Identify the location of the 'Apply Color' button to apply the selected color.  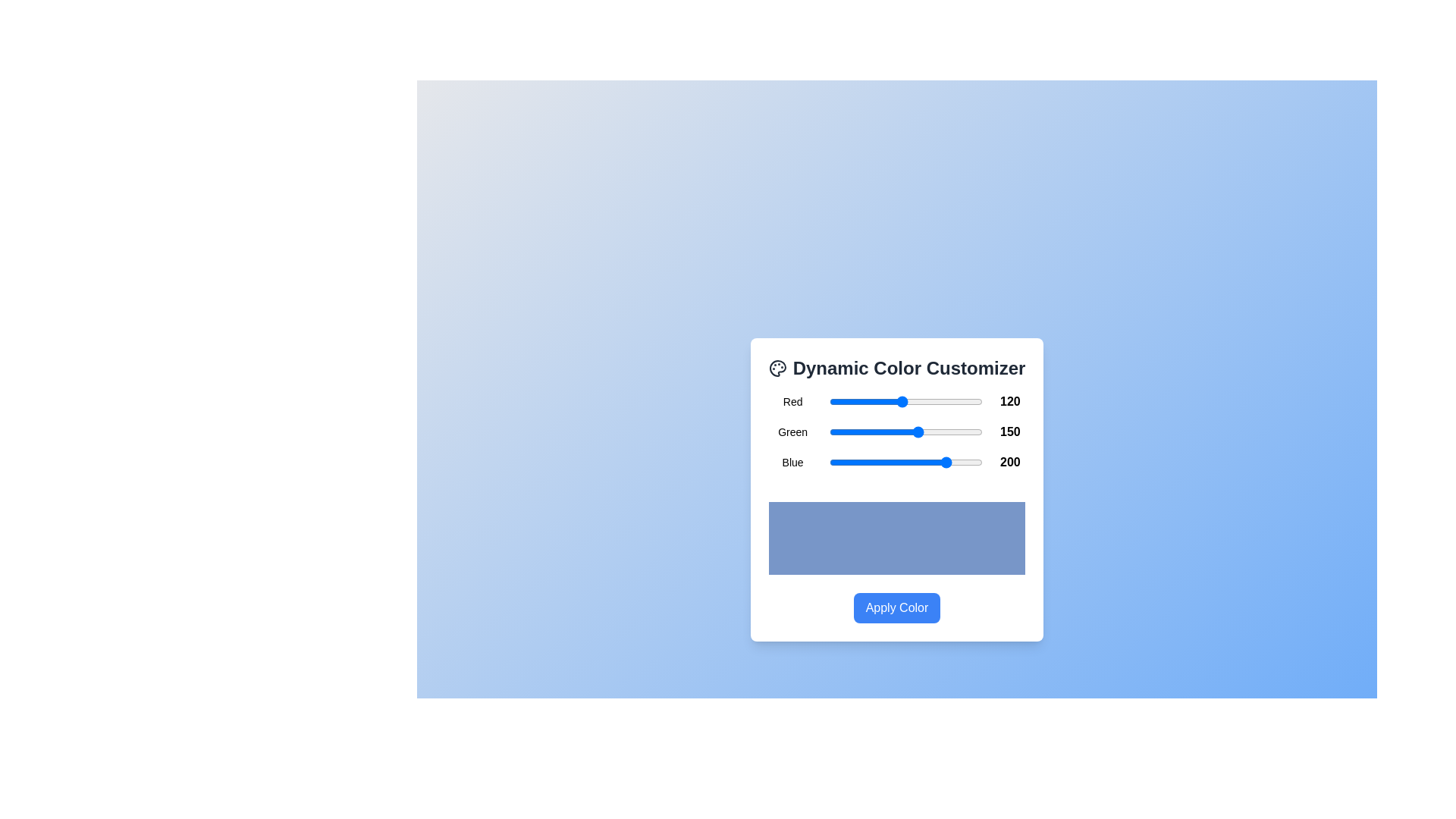
(896, 607).